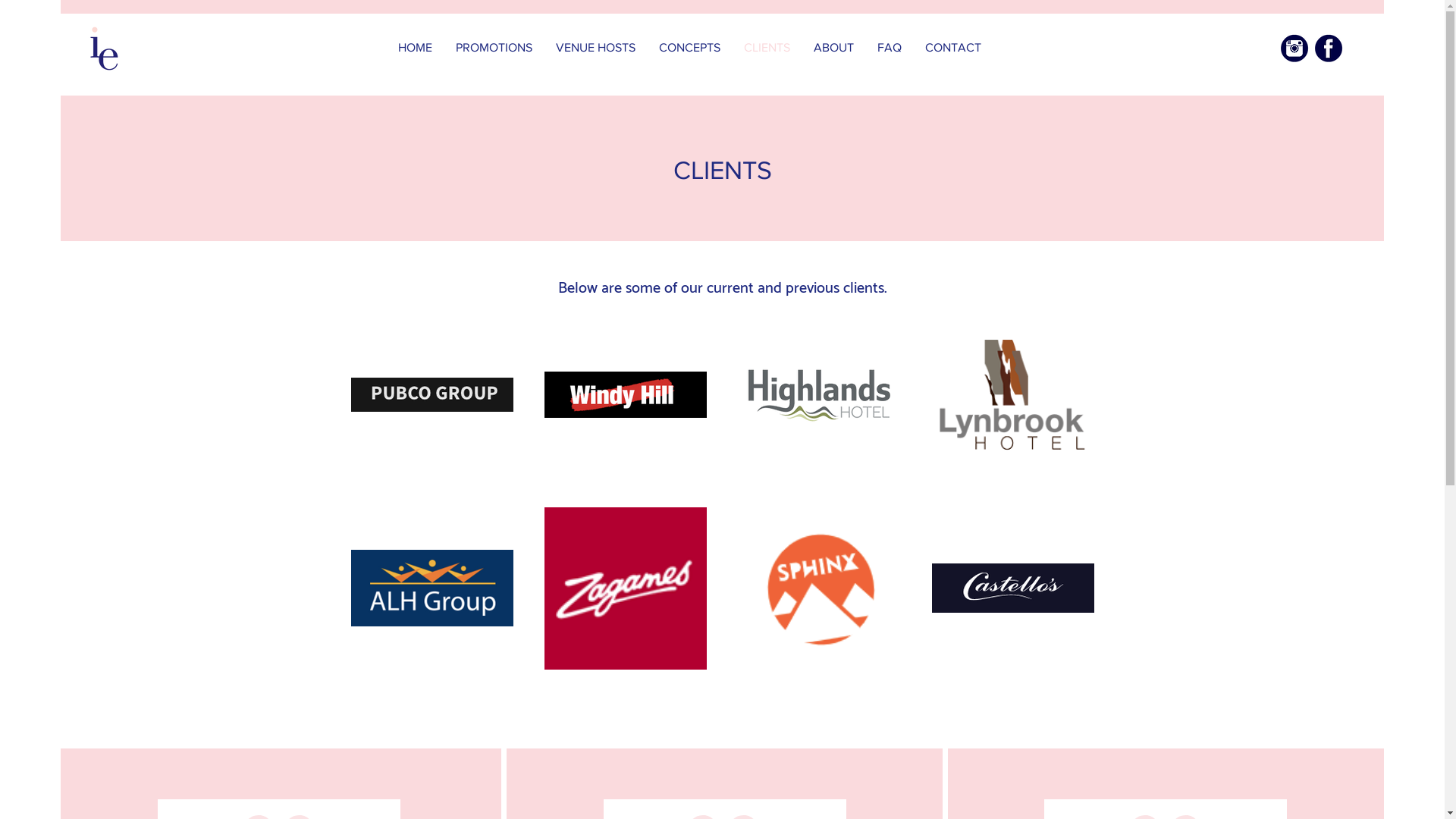 The height and width of the screenshot is (819, 1456). Describe the element at coordinates (595, 46) in the screenshot. I see `'VENUE HOSTS'` at that location.